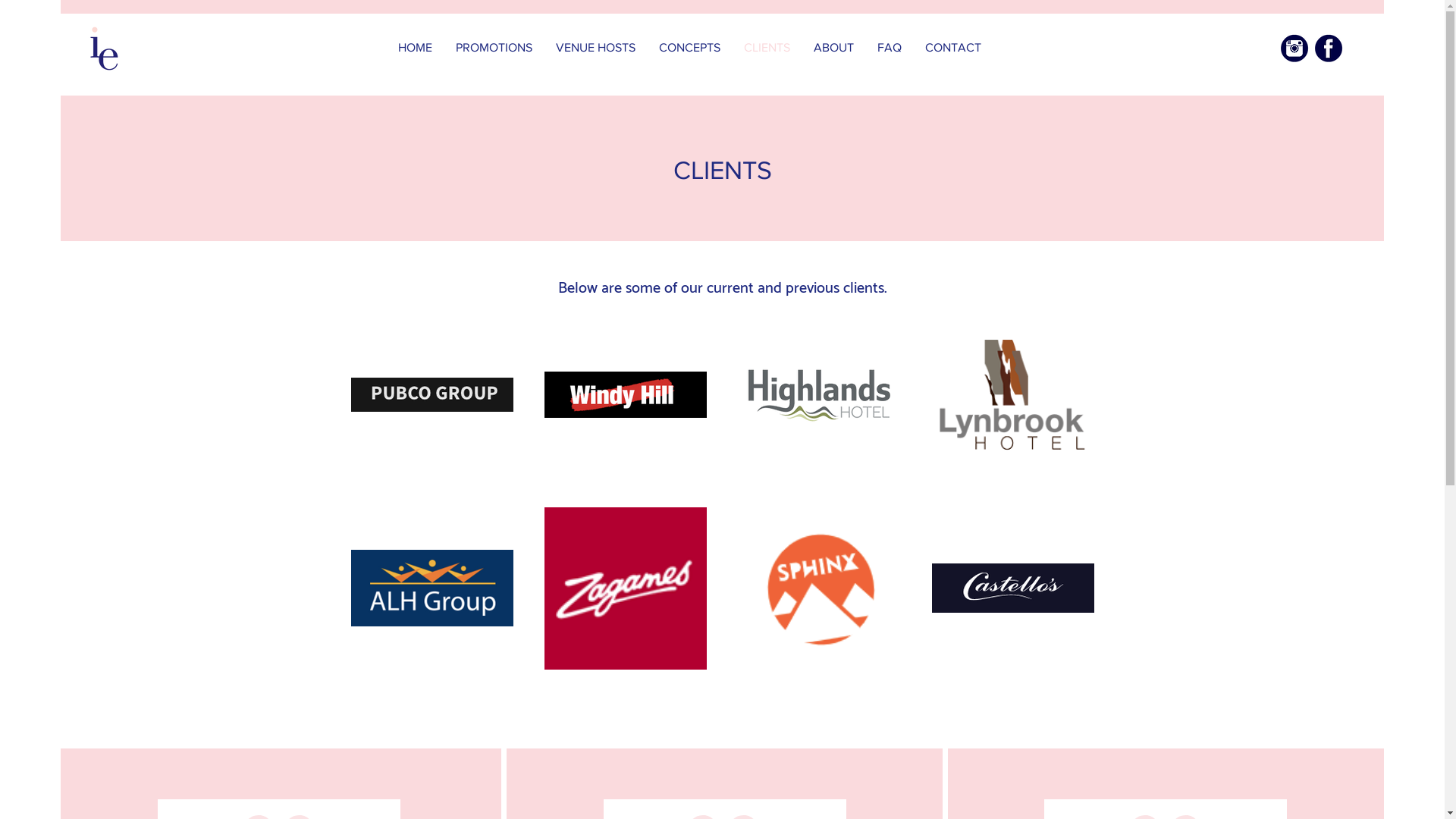 The height and width of the screenshot is (819, 1456). Describe the element at coordinates (595, 46) in the screenshot. I see `'VENUE HOSTS'` at that location.